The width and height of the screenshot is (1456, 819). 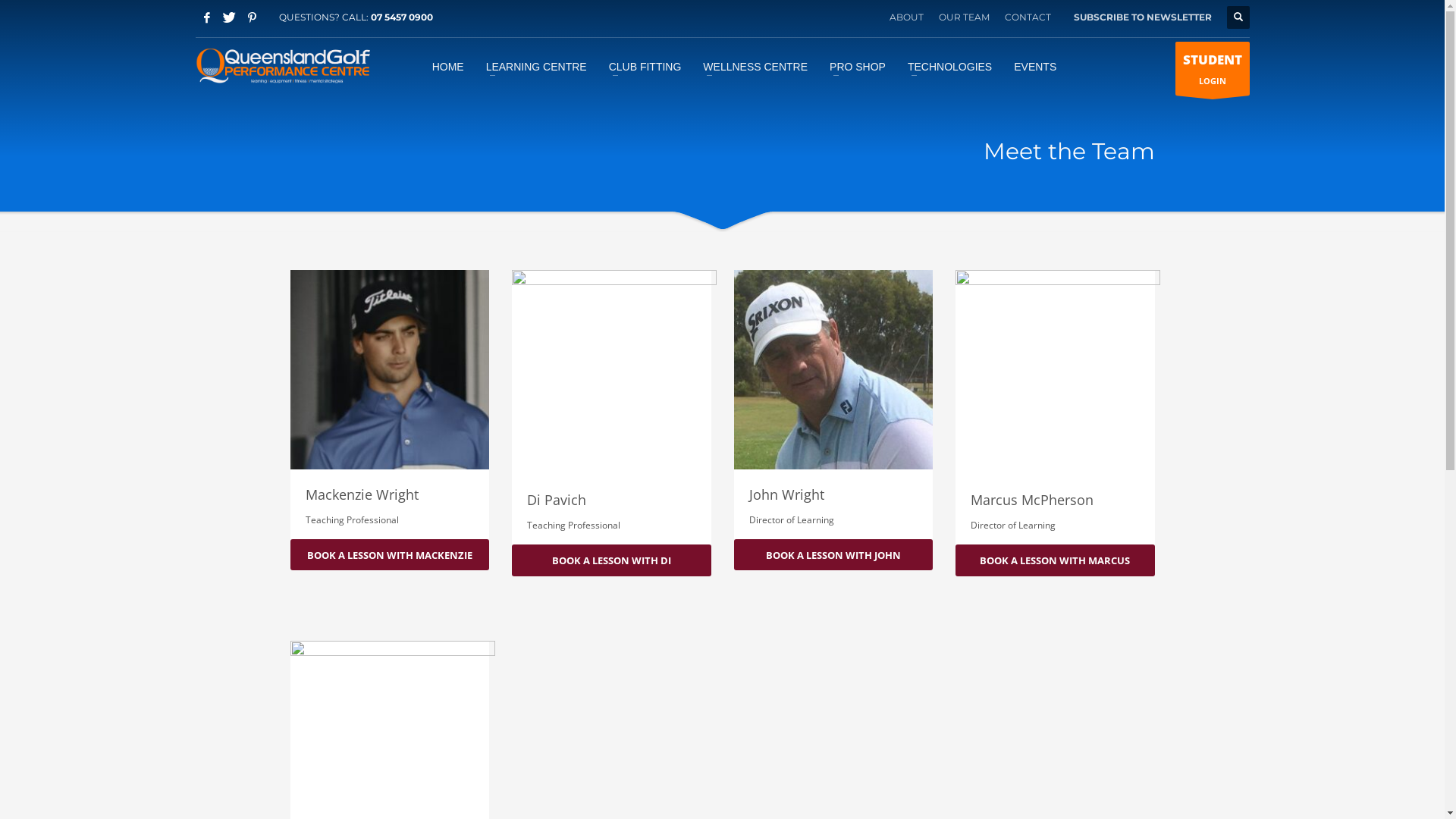 What do you see at coordinates (938, 17) in the screenshot?
I see `'OUR TEAM'` at bounding box center [938, 17].